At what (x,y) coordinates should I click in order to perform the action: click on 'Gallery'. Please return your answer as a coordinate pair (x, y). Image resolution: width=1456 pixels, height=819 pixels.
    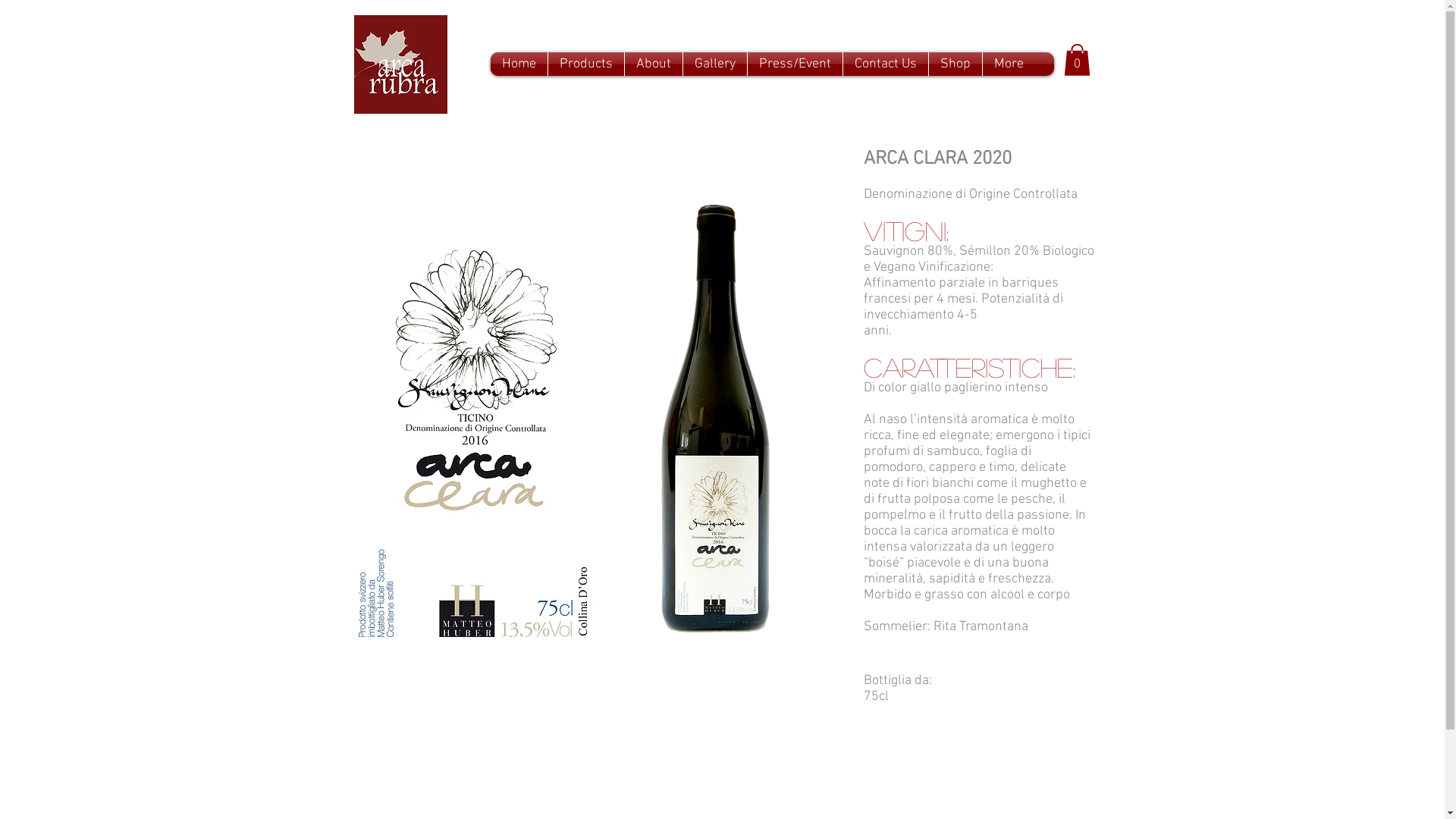
    Looking at the image, I should click on (713, 63).